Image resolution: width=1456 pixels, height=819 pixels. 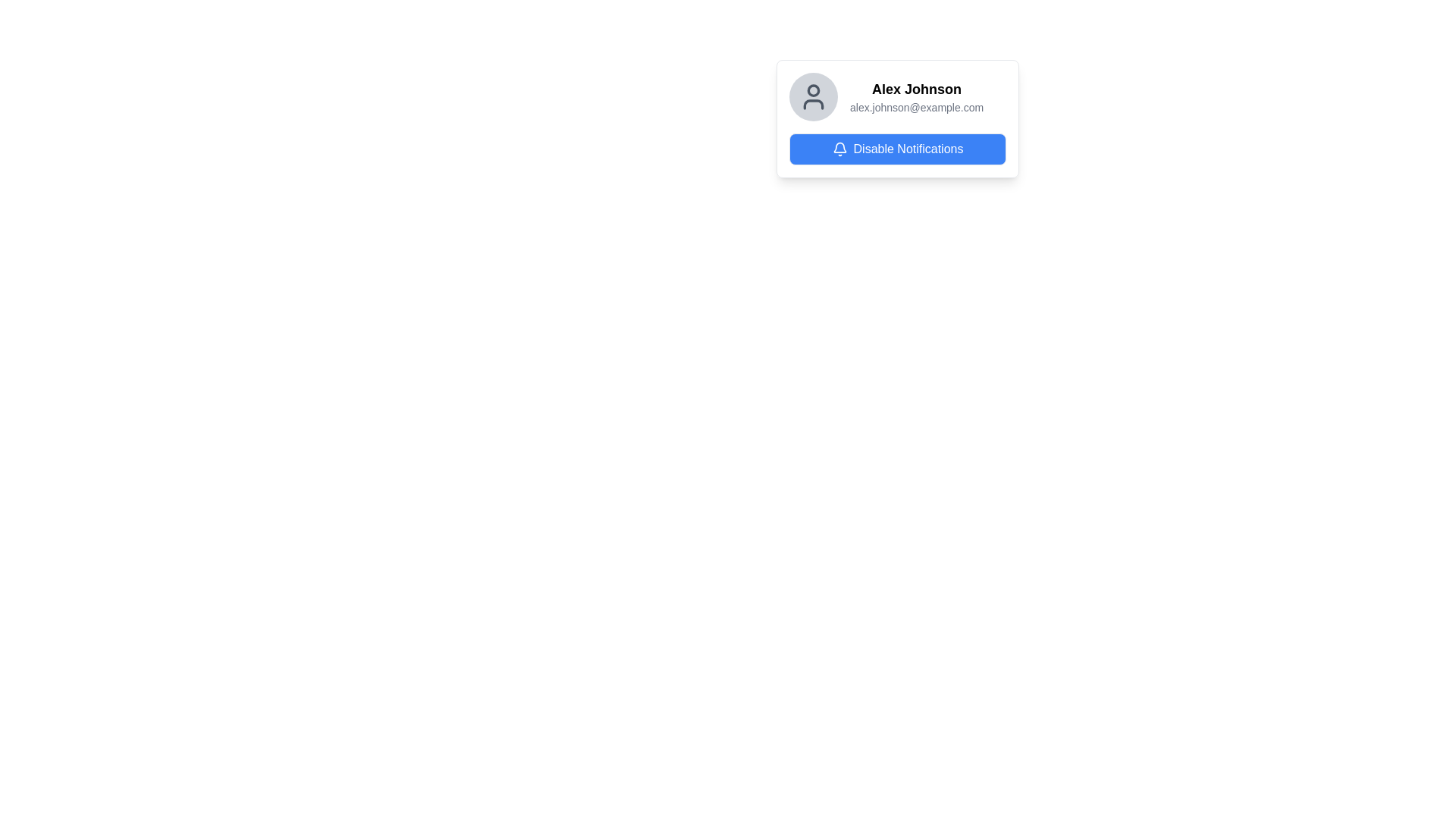 What do you see at coordinates (898, 96) in the screenshot?
I see `the User Information Display containing the user icon and text for 'Alex Johnson'` at bounding box center [898, 96].